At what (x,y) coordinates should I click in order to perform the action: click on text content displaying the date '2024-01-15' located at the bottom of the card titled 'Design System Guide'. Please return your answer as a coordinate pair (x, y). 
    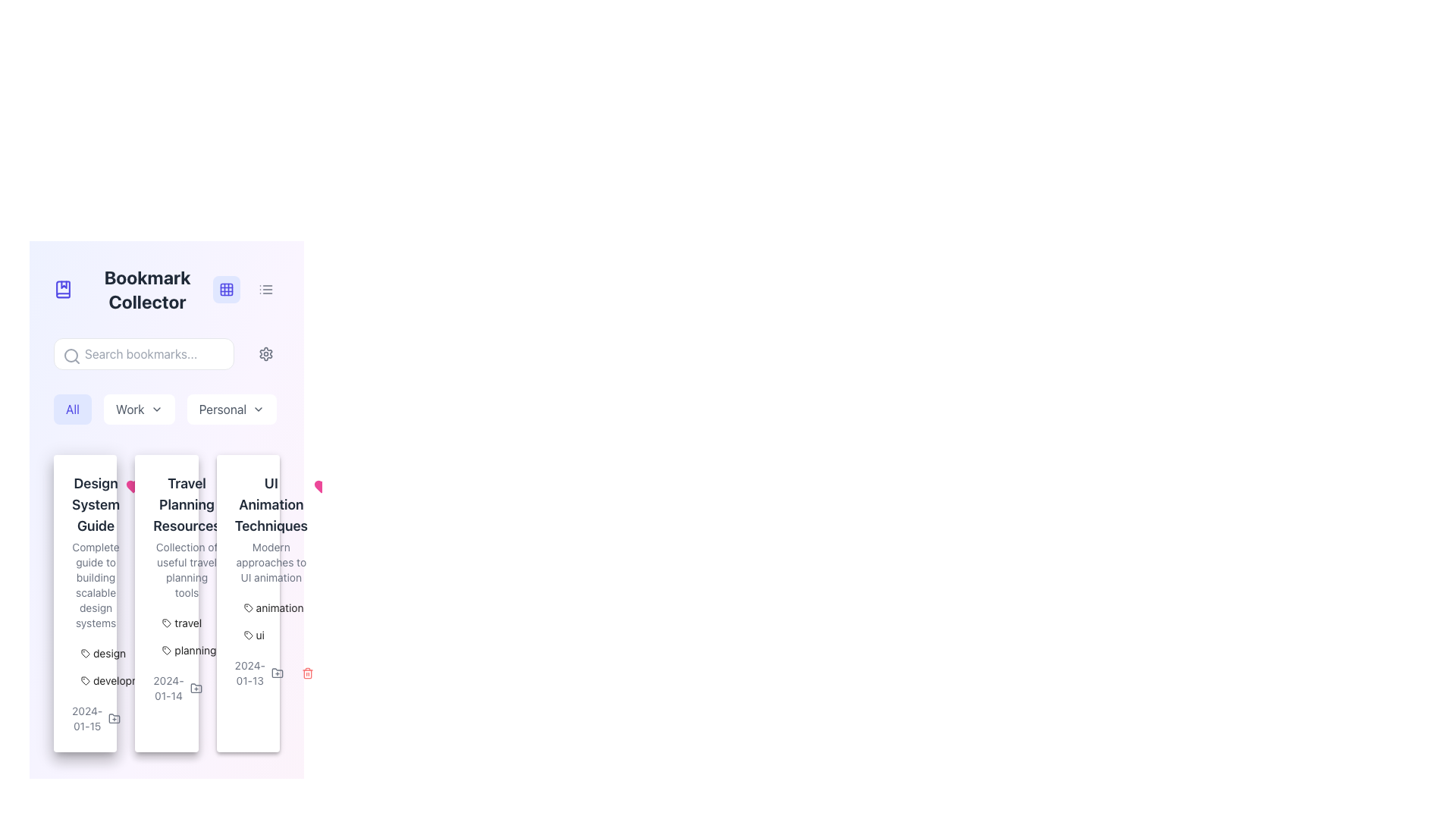
    Looking at the image, I should click on (84, 718).